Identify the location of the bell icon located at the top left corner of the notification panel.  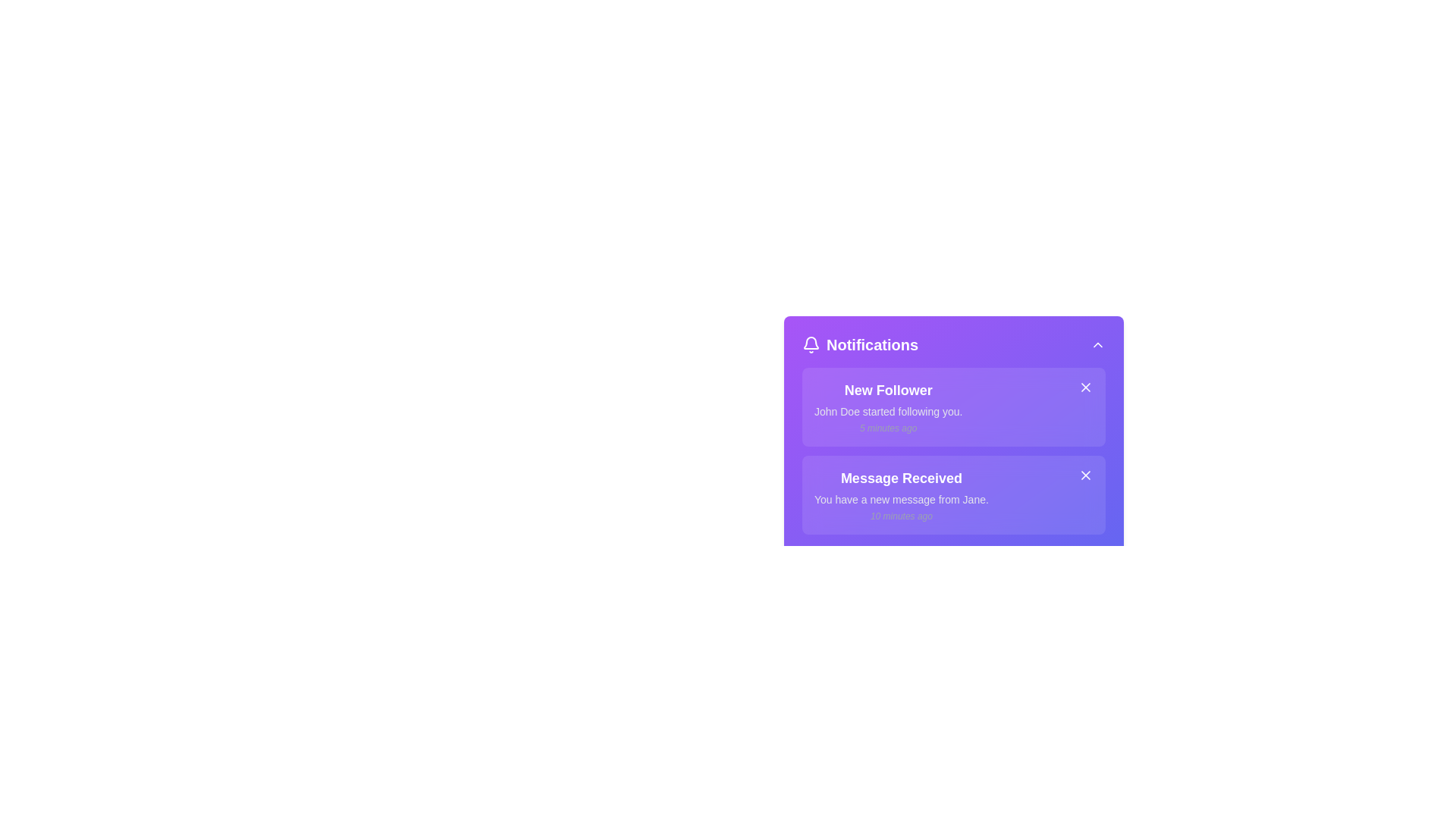
(811, 343).